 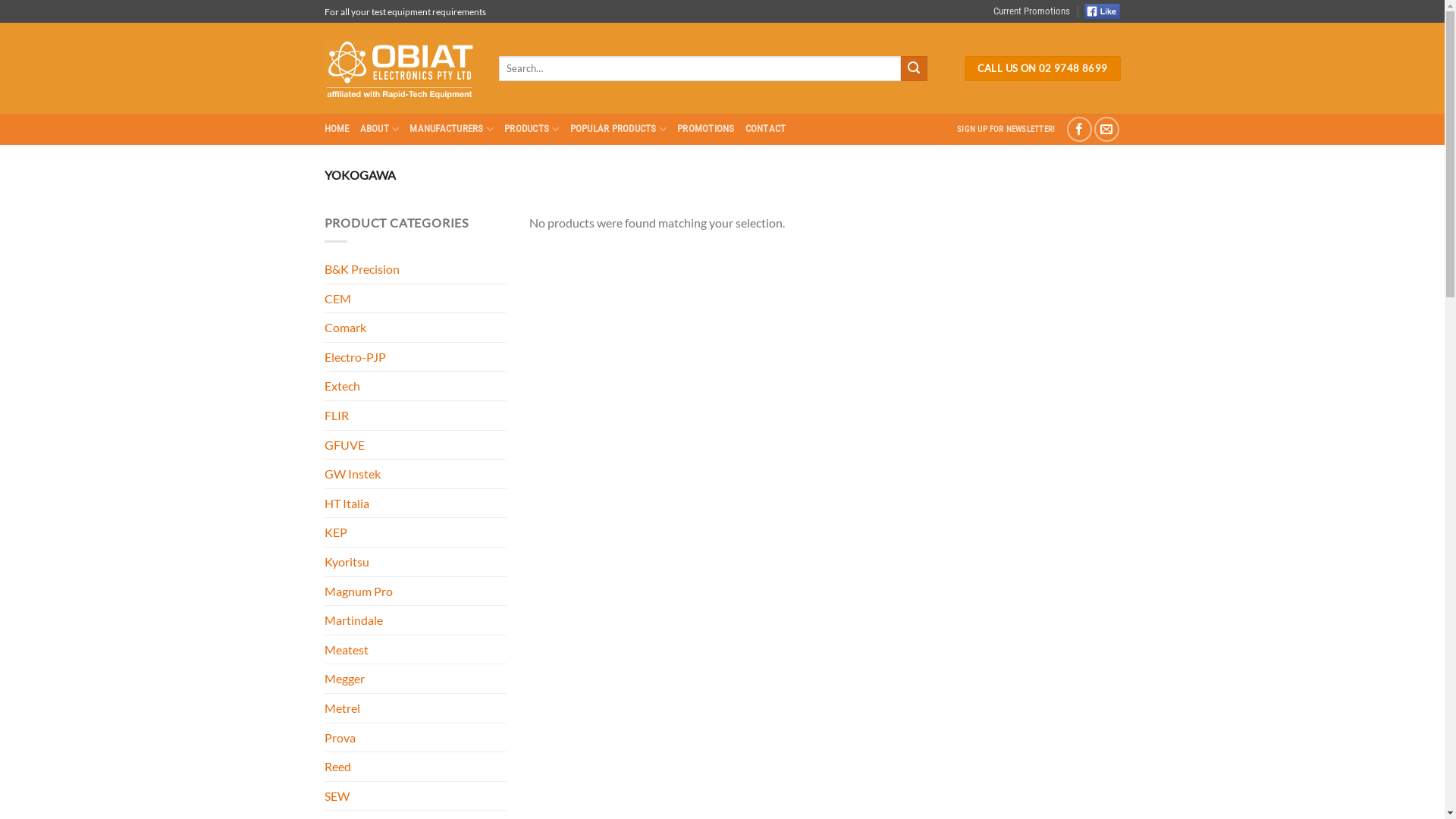 I want to click on 'Magnum Pro', so click(x=415, y=590).